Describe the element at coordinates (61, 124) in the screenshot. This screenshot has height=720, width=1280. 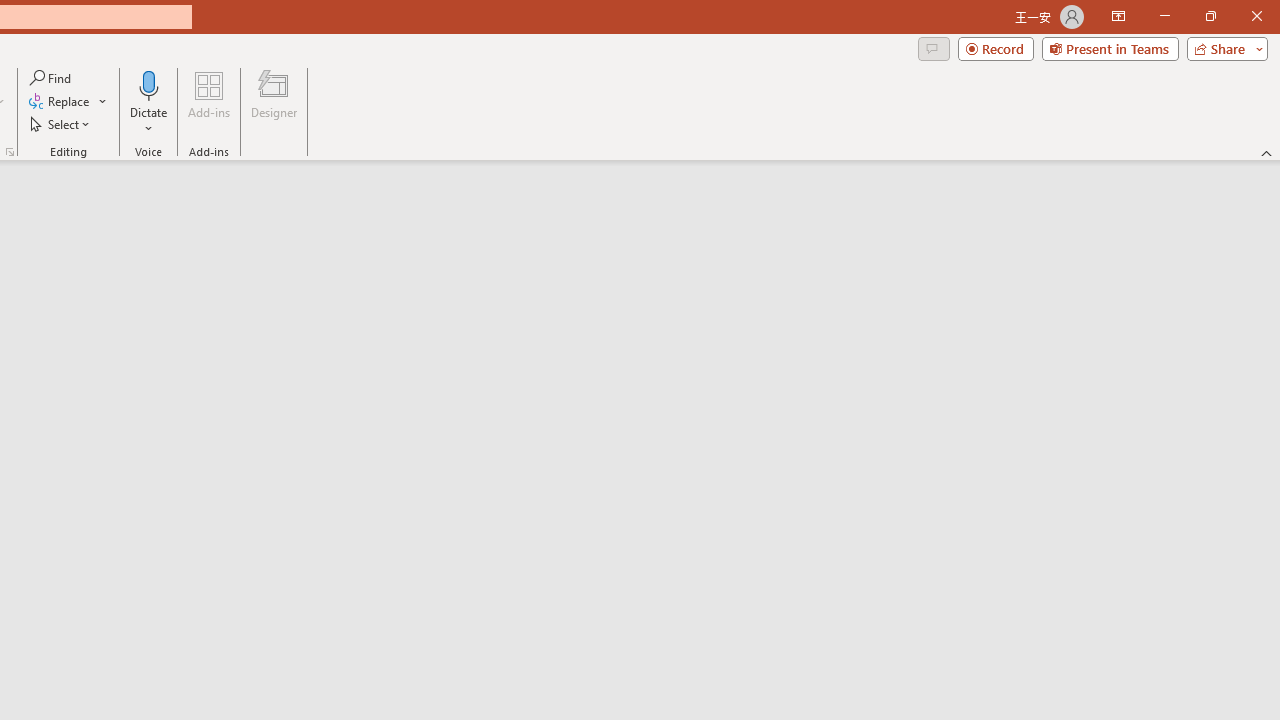
I see `'Select'` at that location.